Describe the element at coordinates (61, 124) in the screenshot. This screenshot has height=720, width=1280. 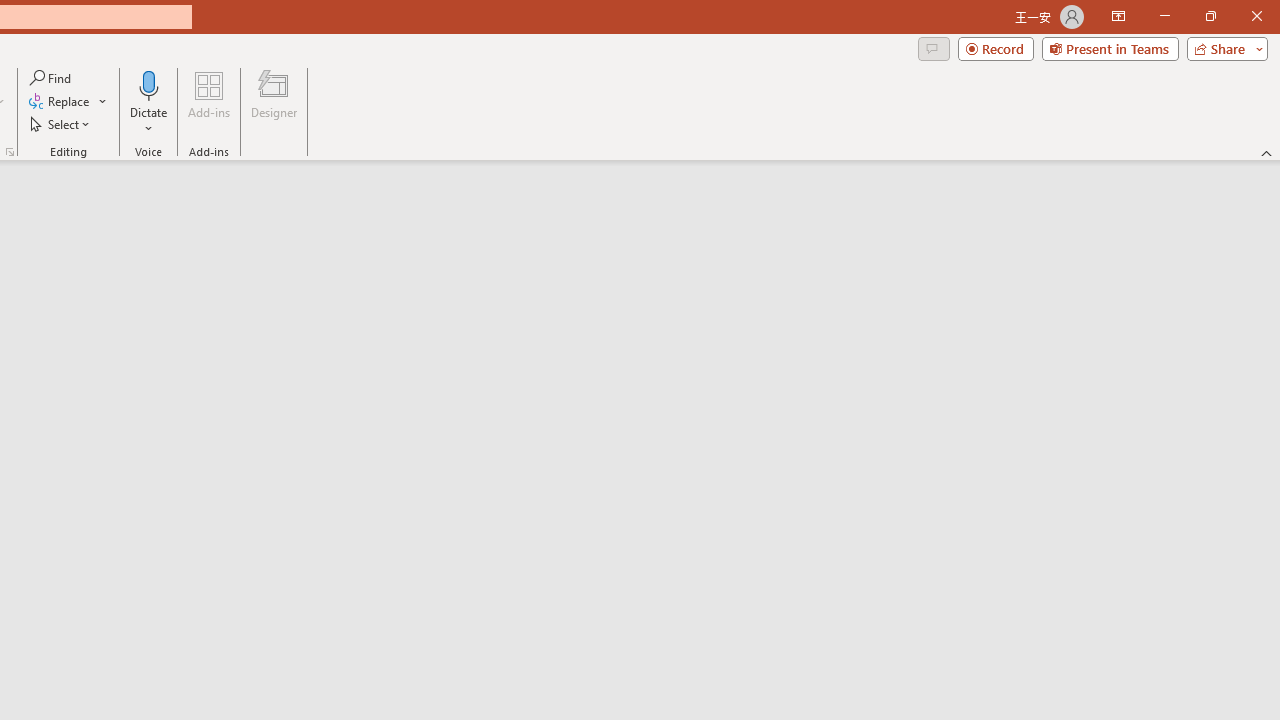
I see `'Select'` at that location.